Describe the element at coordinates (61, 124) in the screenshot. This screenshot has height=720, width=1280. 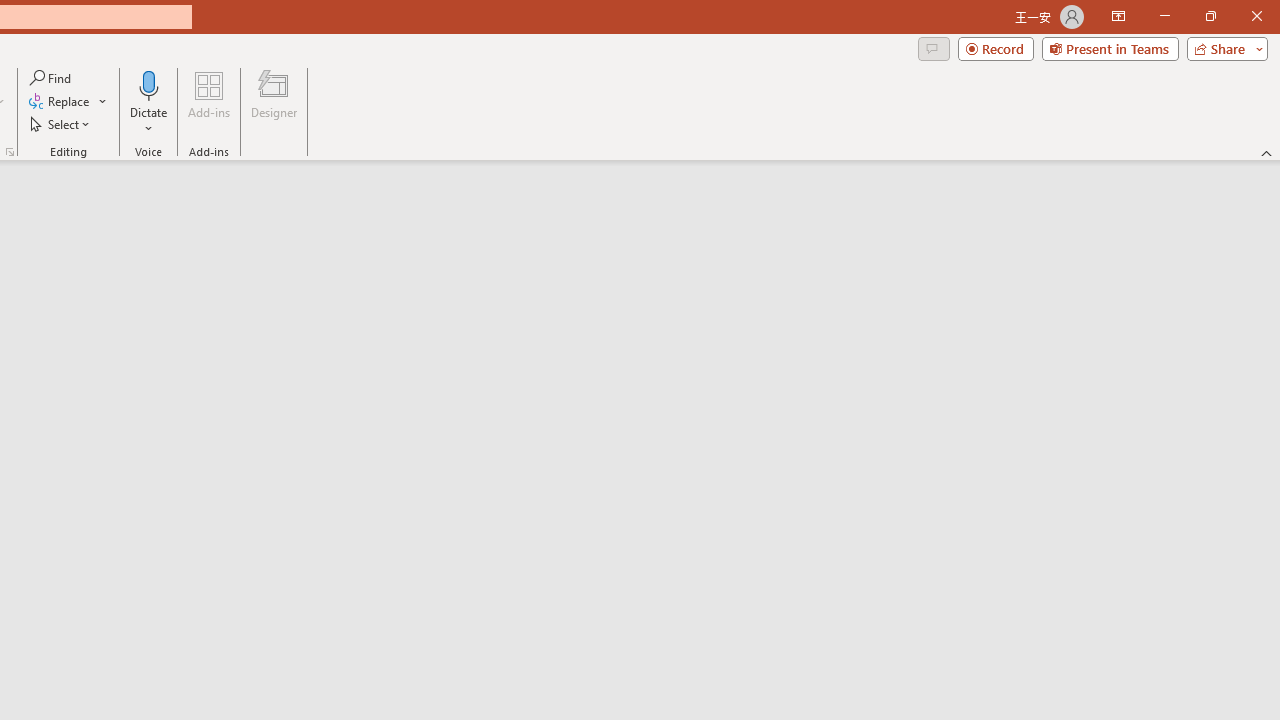
I see `'Select'` at that location.